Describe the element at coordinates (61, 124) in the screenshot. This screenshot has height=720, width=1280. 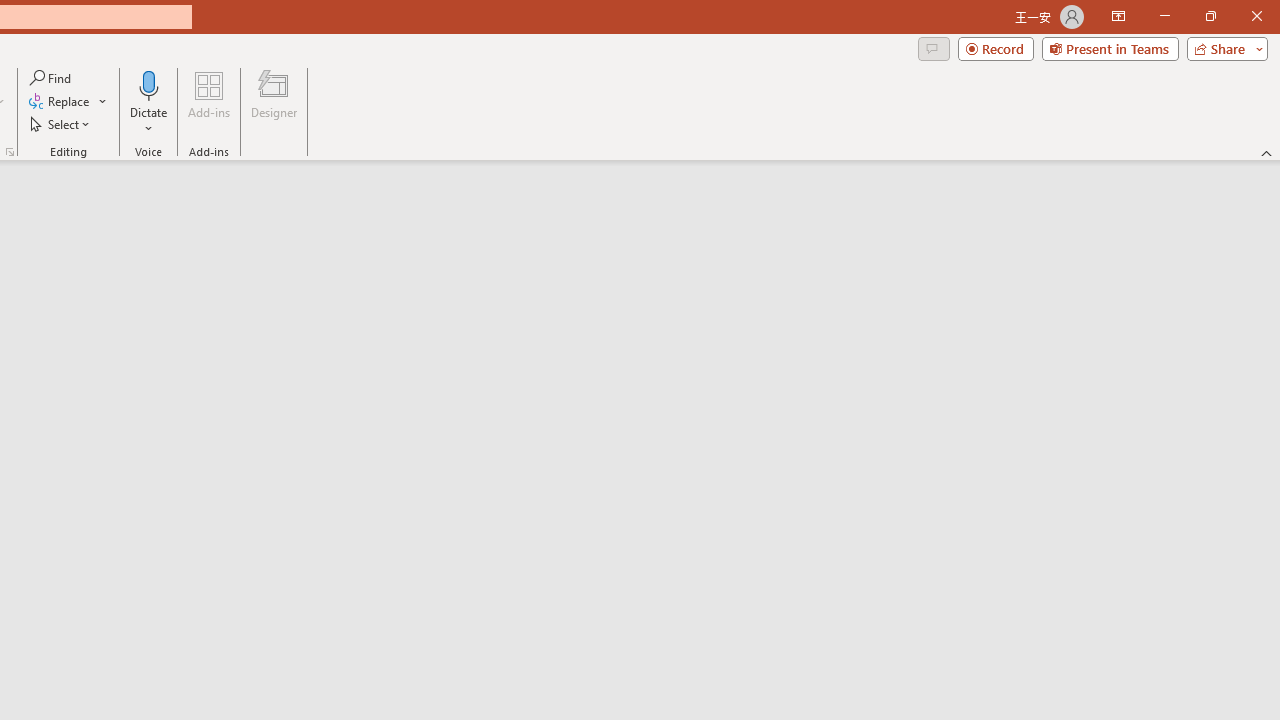
I see `'Select'` at that location.